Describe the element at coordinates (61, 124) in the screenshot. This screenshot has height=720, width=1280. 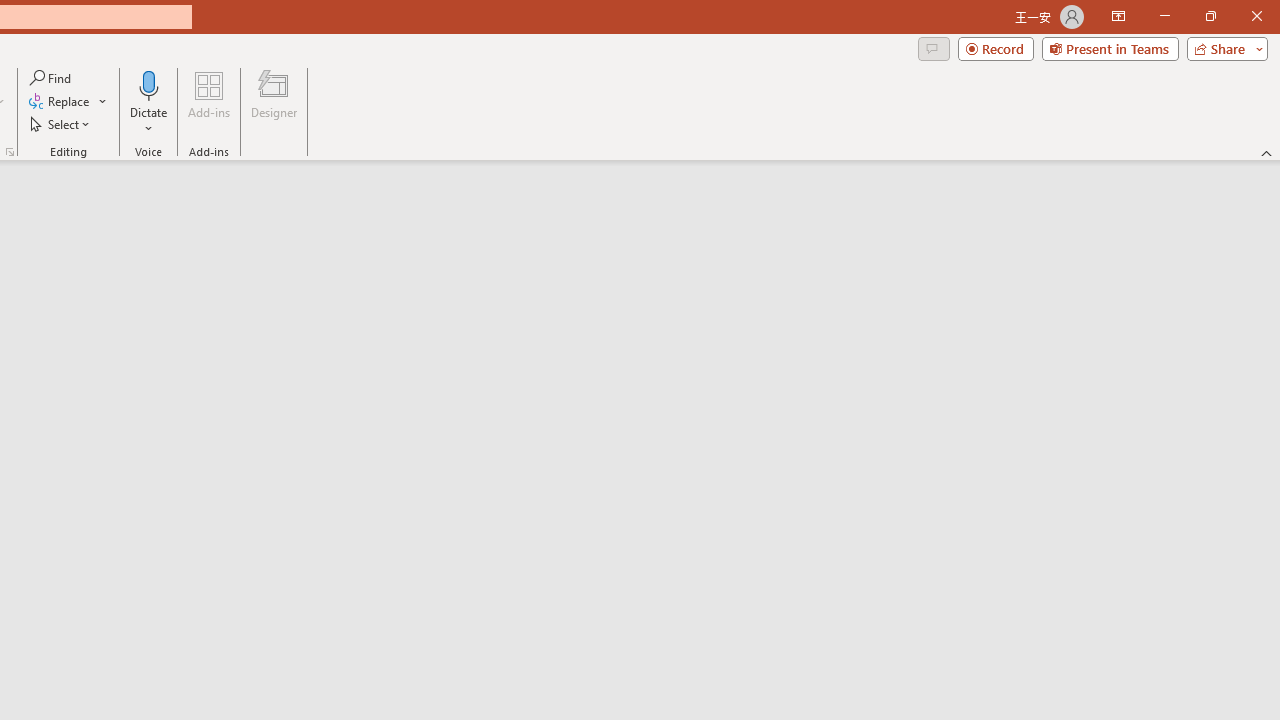
I see `'Select'` at that location.